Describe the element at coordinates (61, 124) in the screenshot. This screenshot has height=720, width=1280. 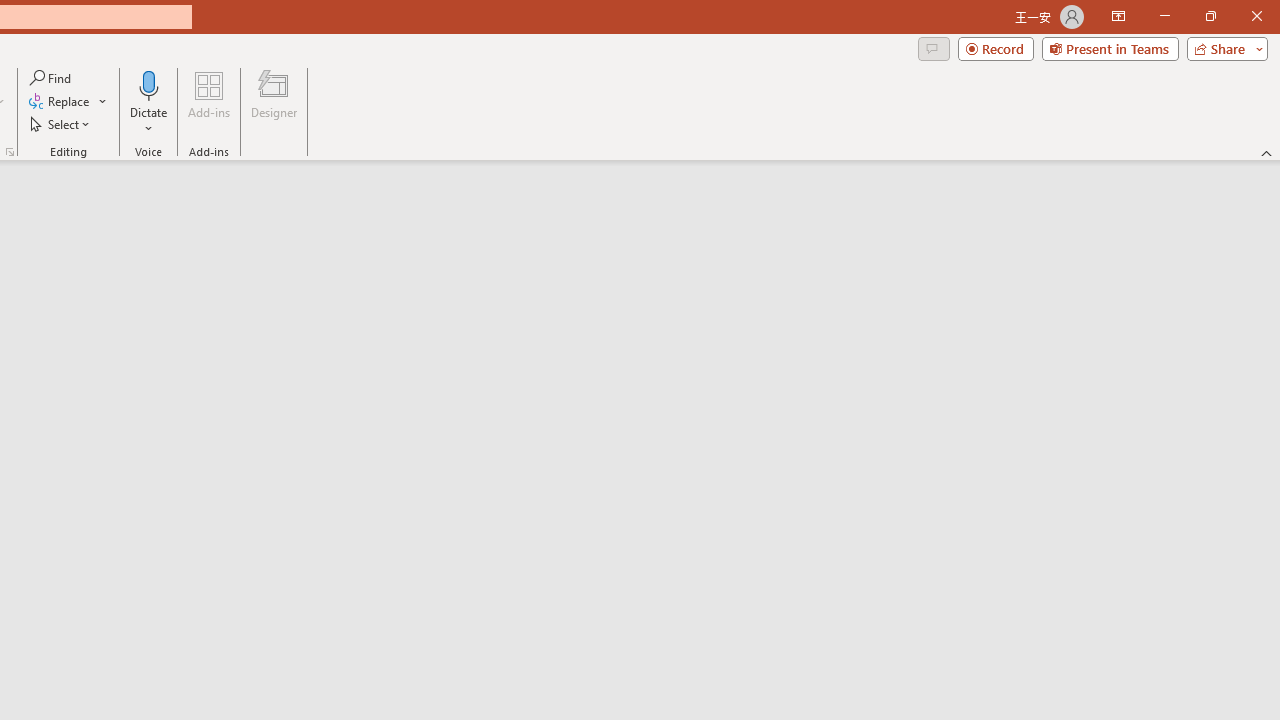
I see `'Select'` at that location.